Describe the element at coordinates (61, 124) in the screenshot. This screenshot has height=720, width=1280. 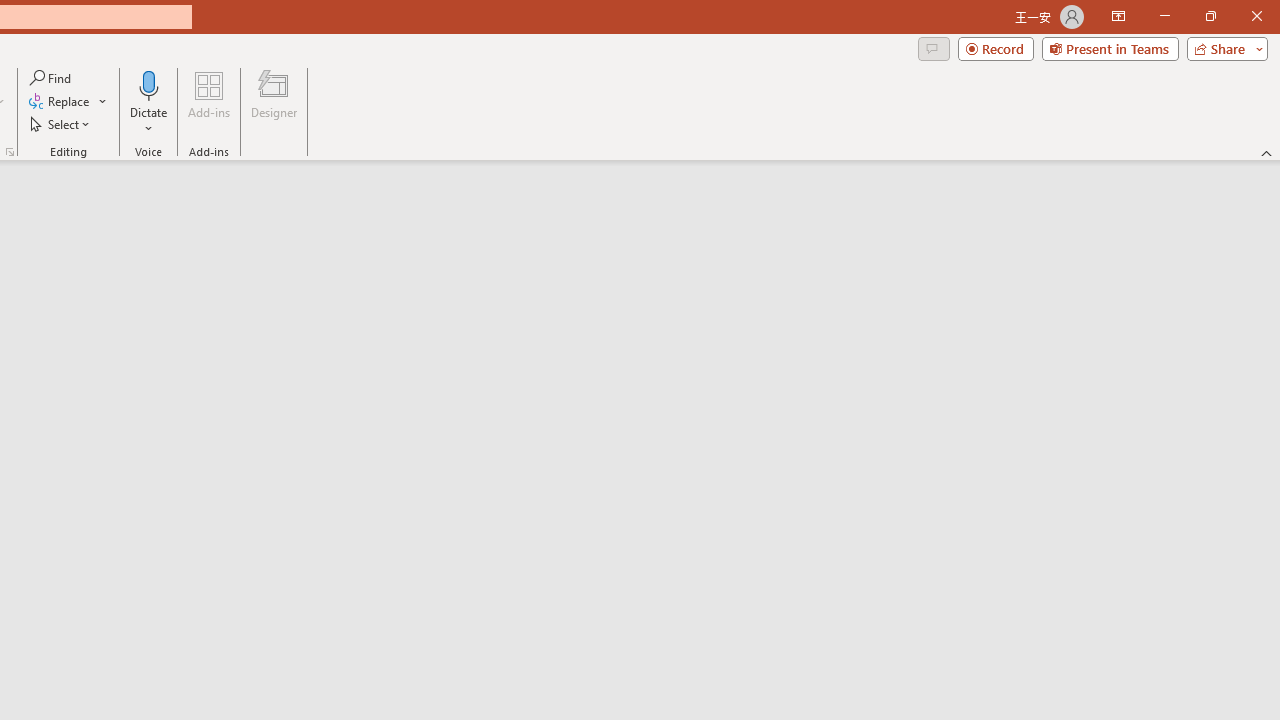
I see `'Select'` at that location.